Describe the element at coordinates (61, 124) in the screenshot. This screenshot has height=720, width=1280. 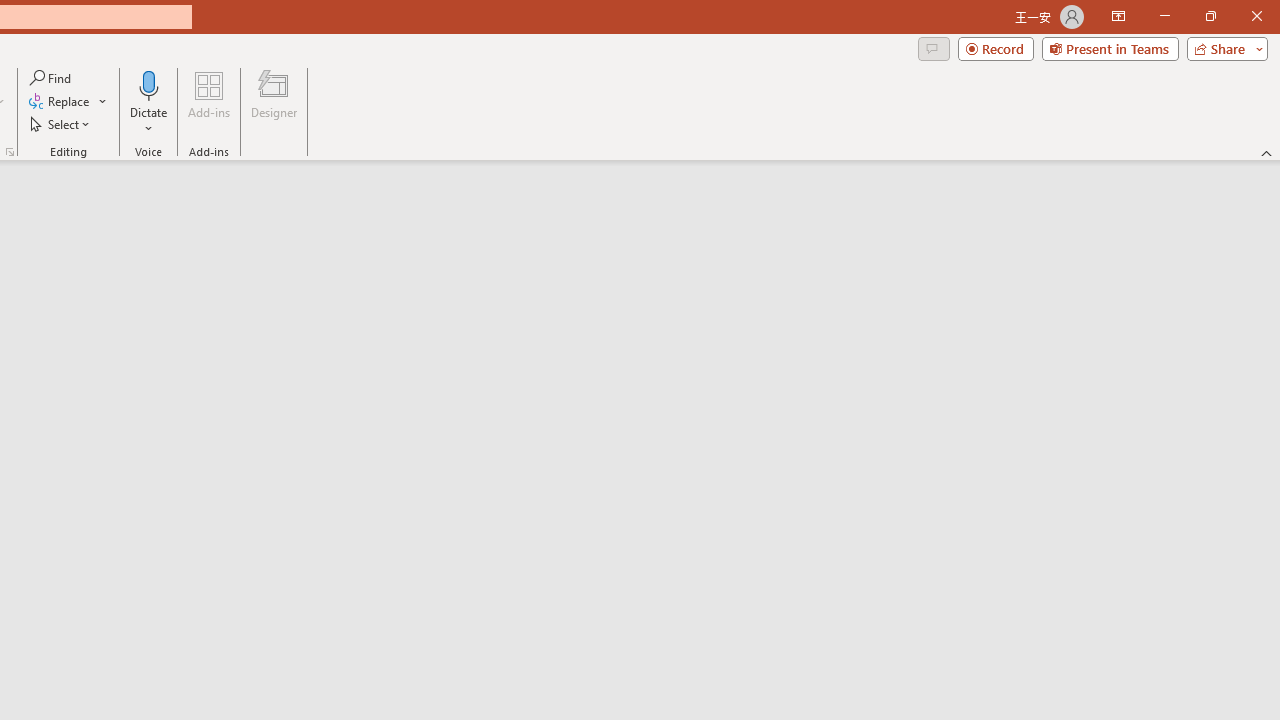
I see `'Select'` at that location.